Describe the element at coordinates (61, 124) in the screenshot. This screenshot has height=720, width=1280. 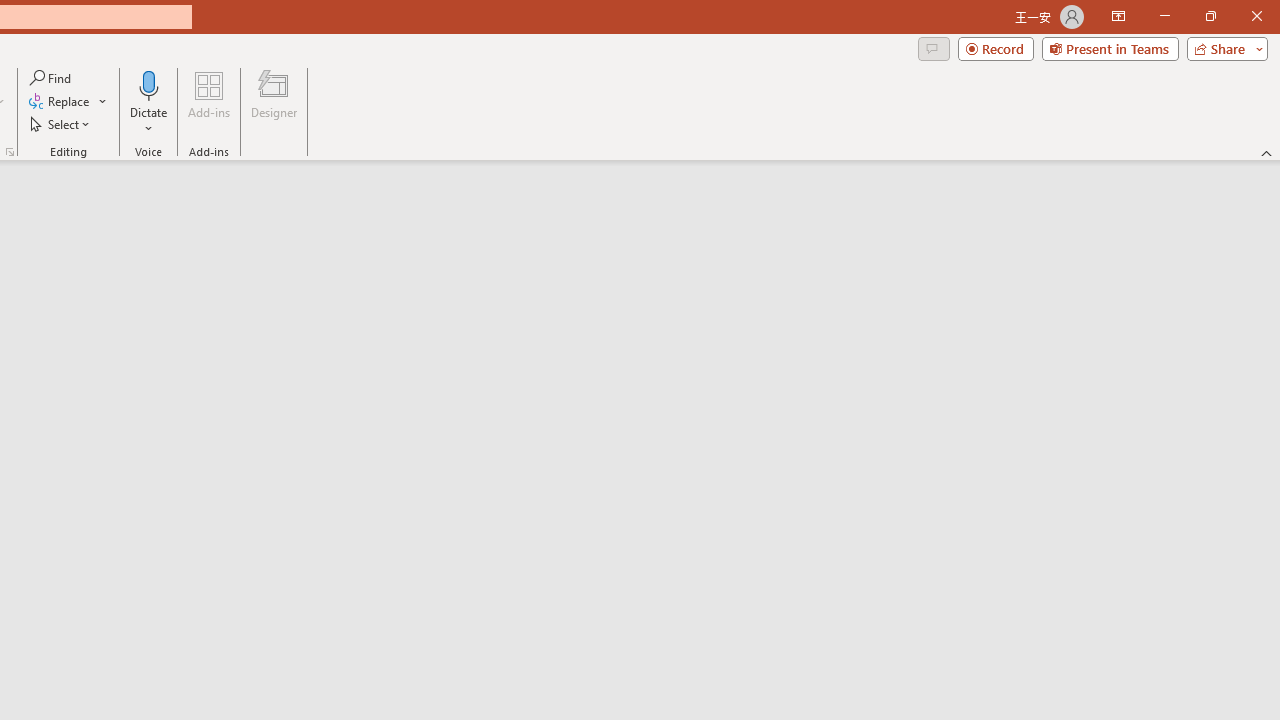
I see `'Select'` at that location.